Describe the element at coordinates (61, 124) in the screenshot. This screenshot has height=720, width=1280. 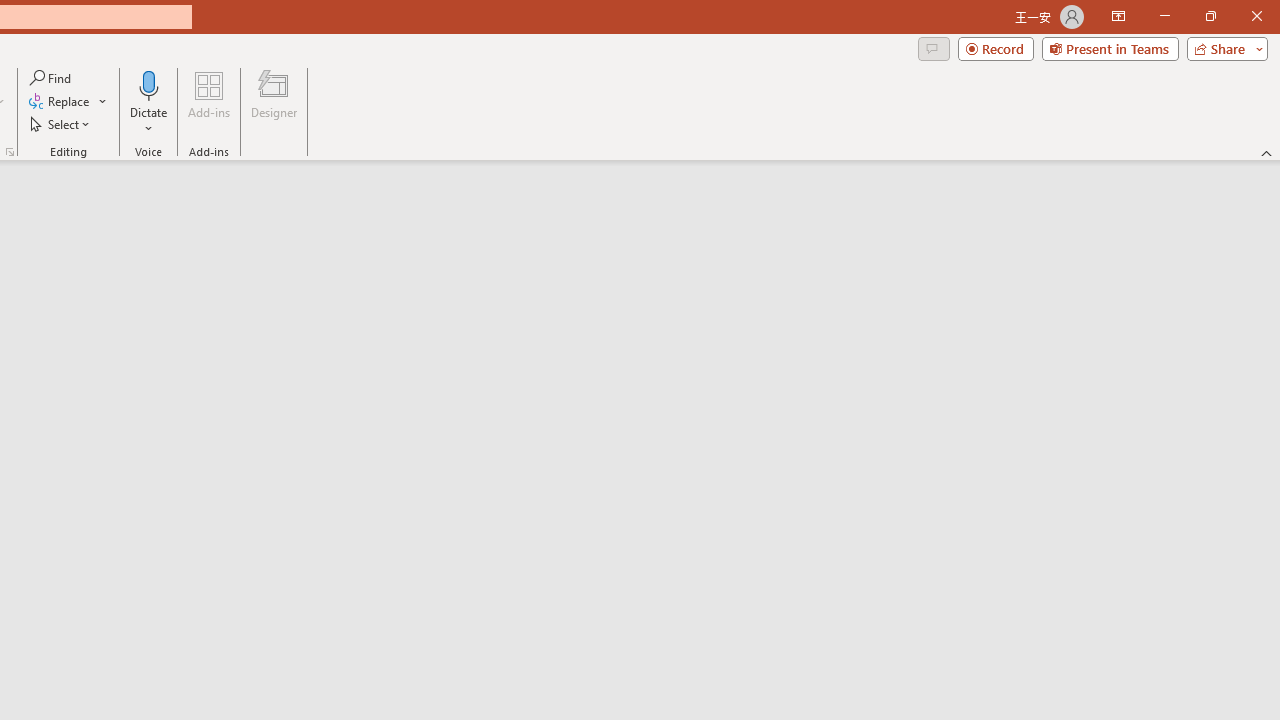
I see `'Select'` at that location.